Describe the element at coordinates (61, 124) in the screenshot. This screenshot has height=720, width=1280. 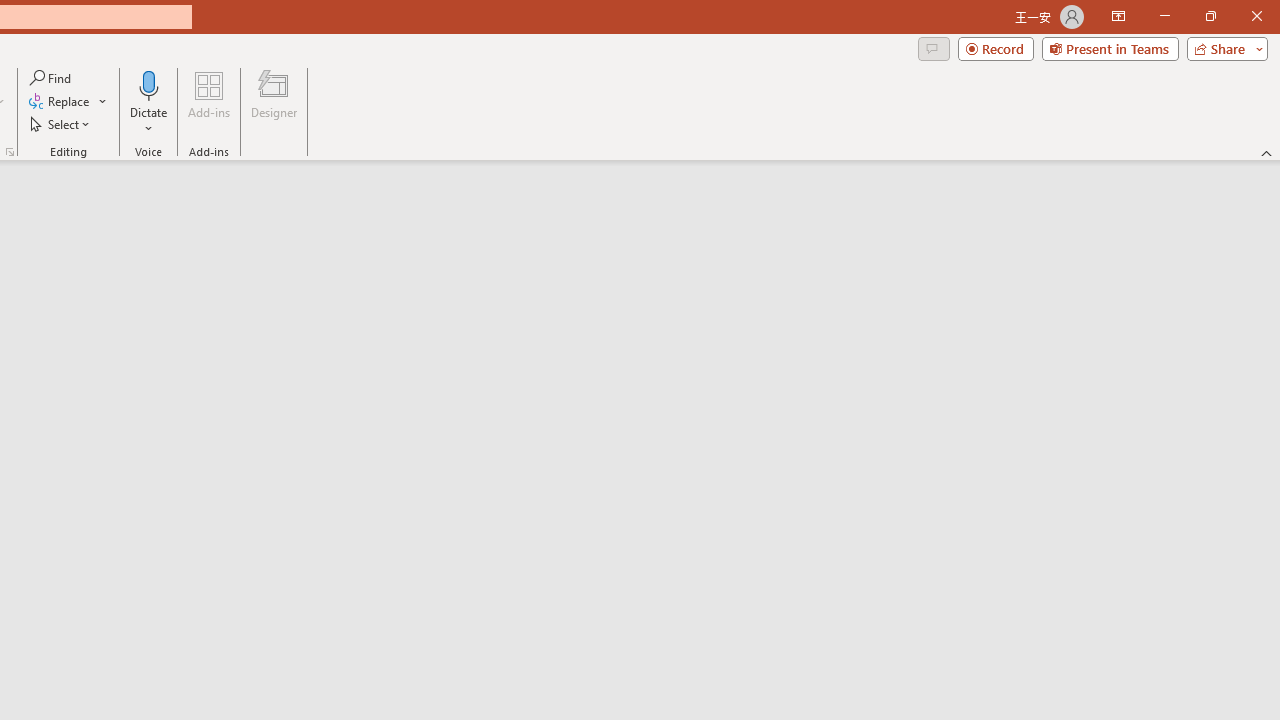
I see `'Select'` at that location.